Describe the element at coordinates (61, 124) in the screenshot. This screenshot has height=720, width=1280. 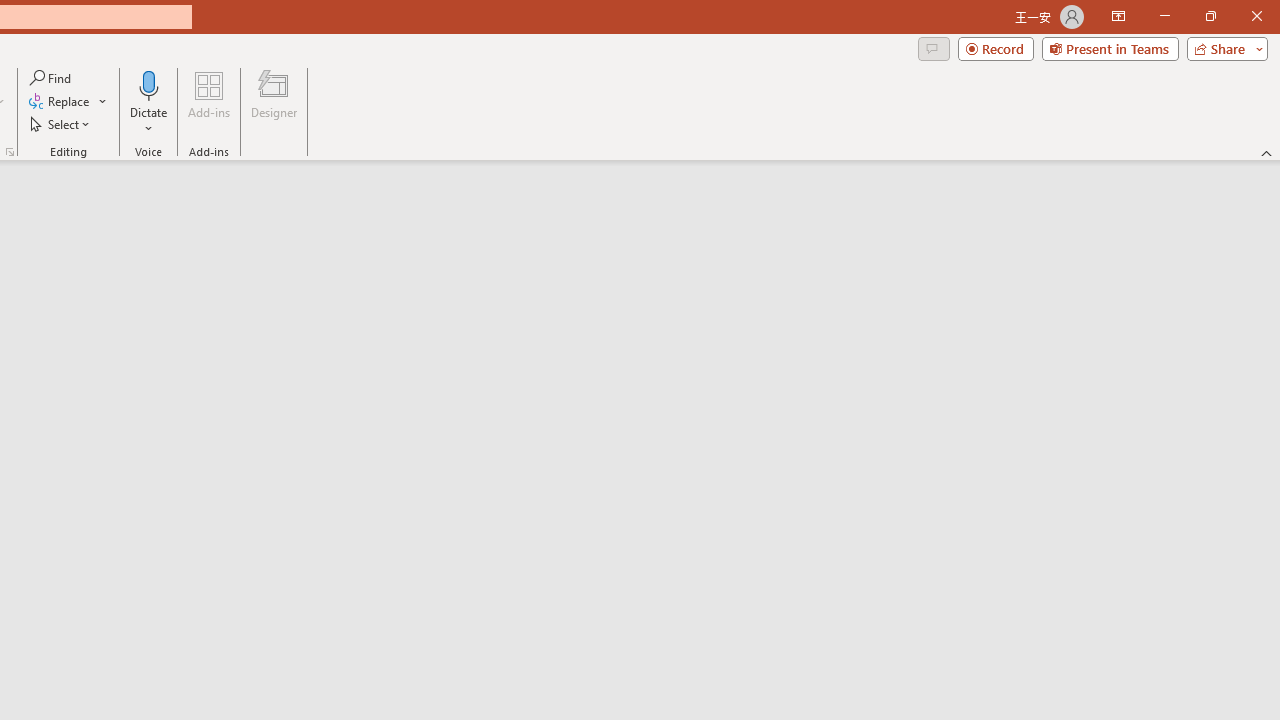
I see `'Select'` at that location.